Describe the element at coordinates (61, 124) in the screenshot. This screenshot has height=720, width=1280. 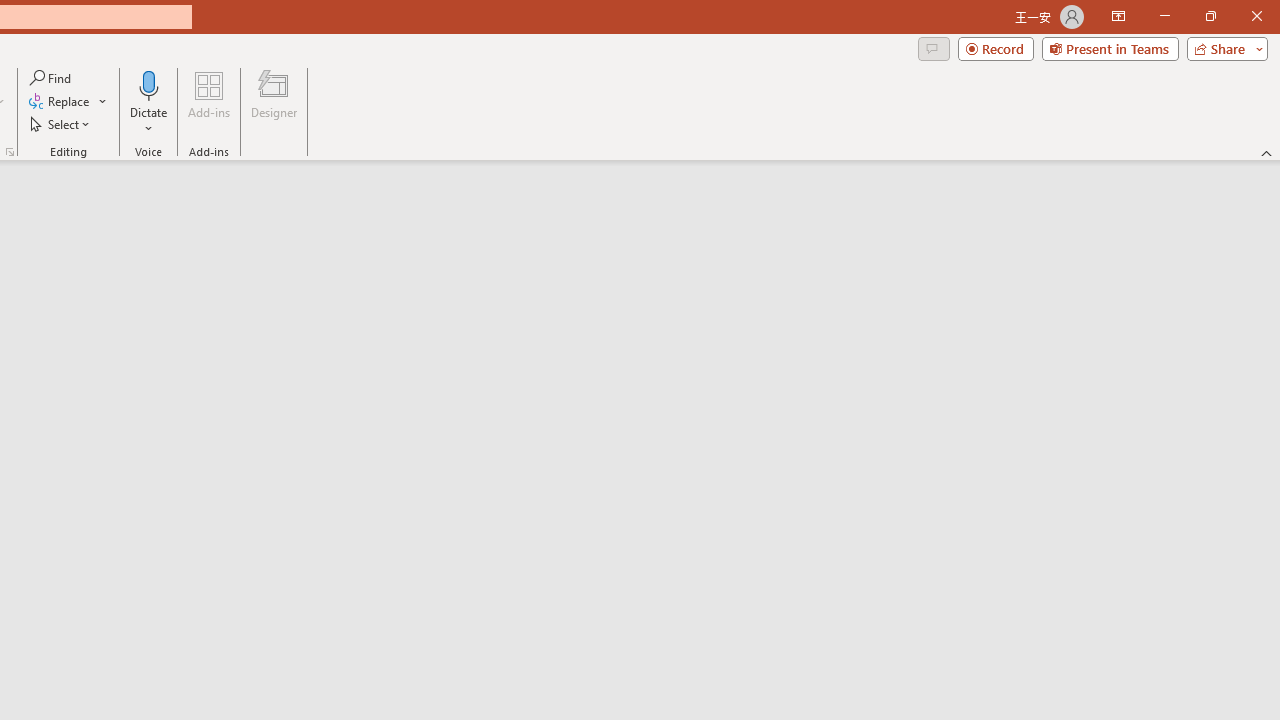
I see `'Select'` at that location.